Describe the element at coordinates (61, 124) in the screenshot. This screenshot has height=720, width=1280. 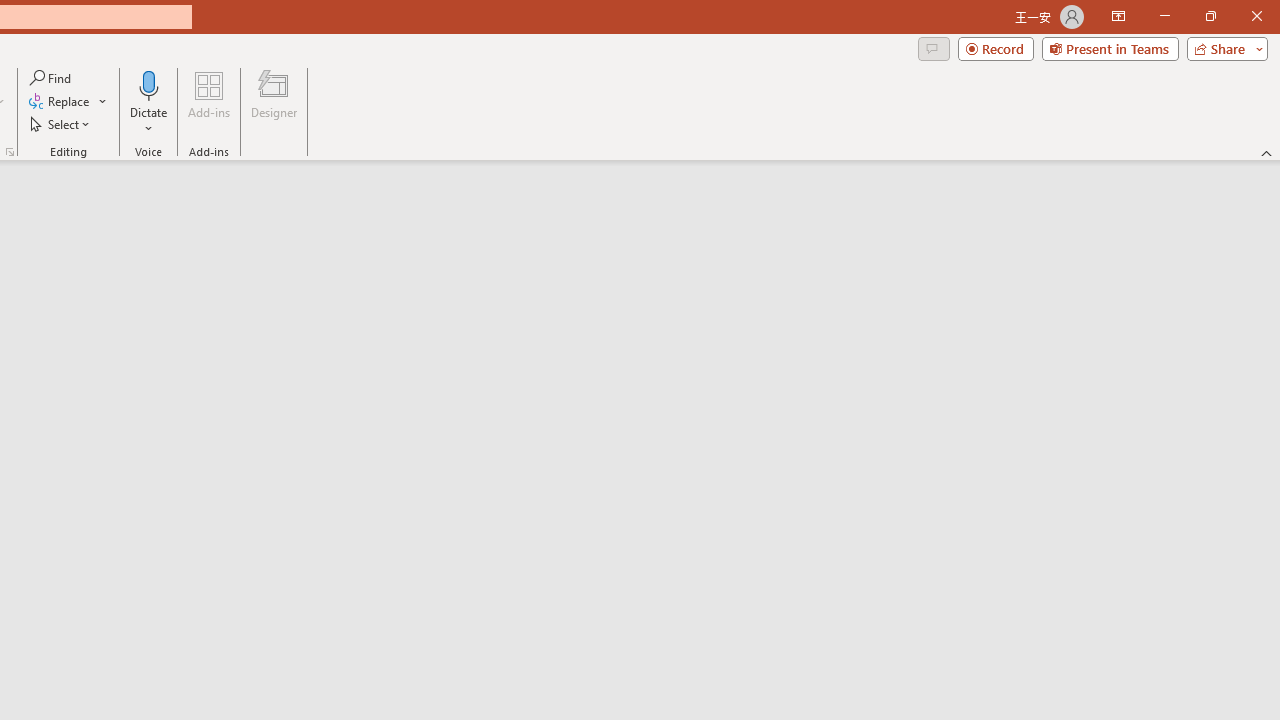
I see `'Select'` at that location.